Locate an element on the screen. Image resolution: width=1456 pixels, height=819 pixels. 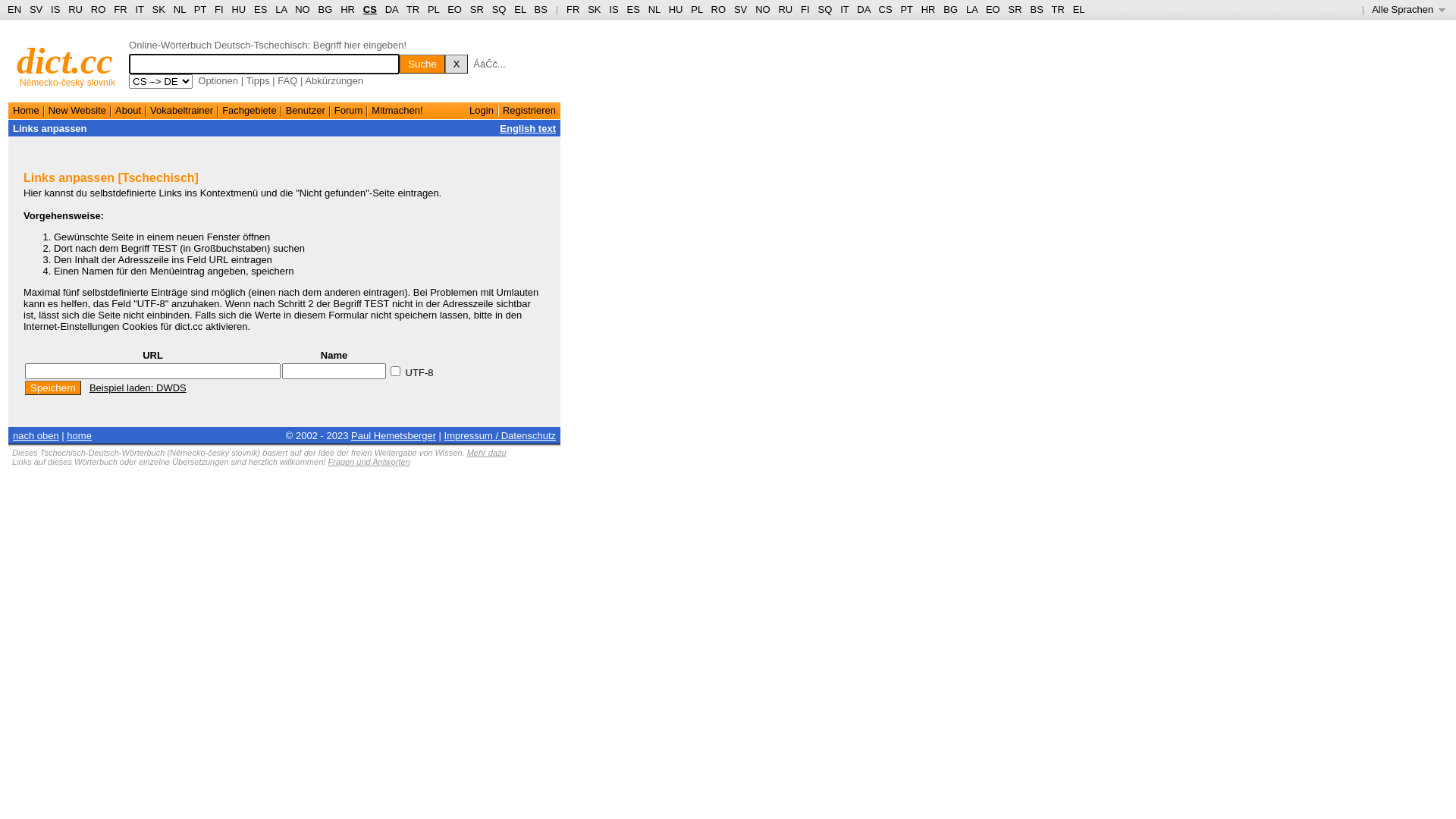
'Vokabeltrainer' is located at coordinates (181, 109).